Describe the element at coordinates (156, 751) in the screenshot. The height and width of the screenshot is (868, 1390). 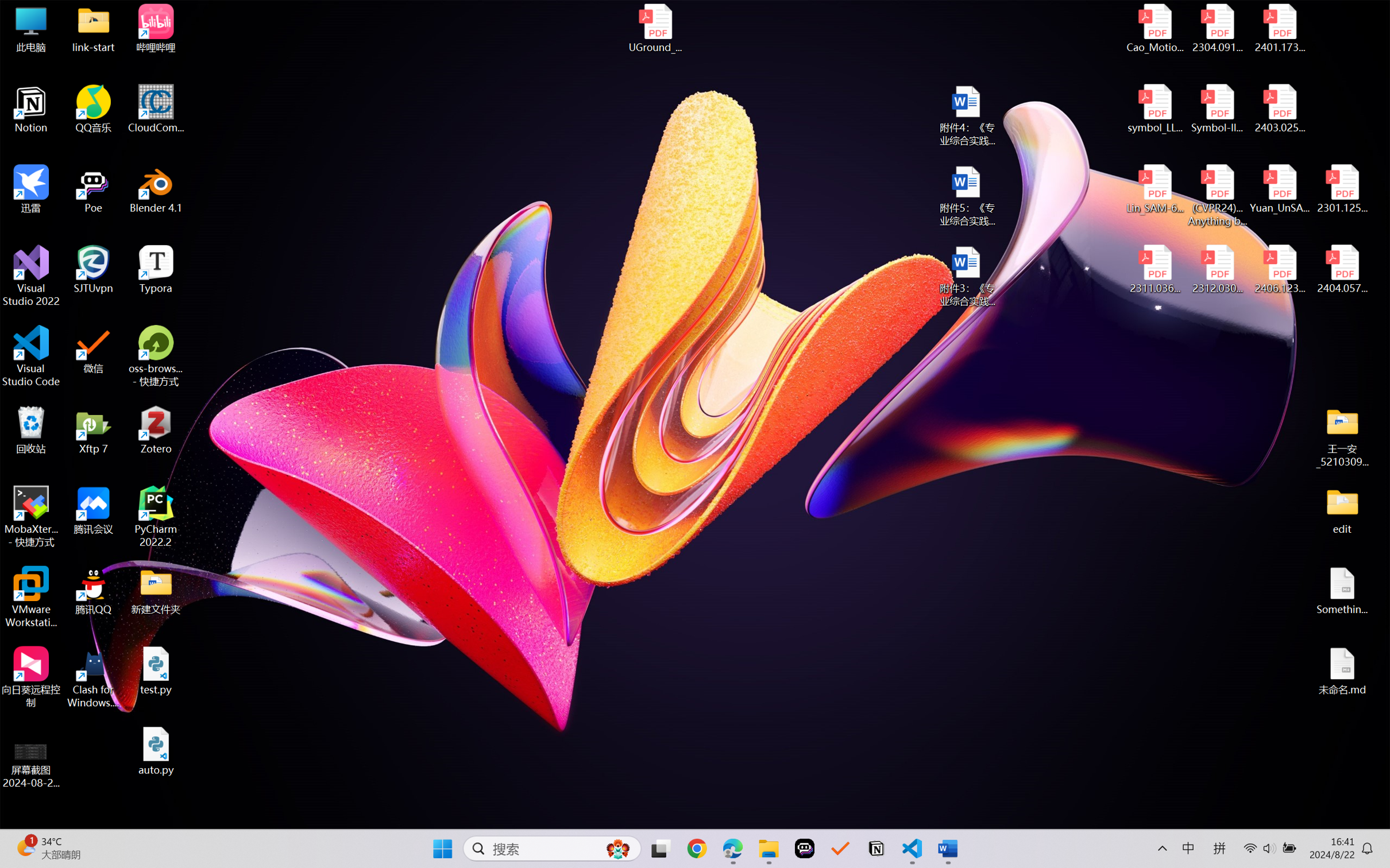
I see `'auto.py'` at that location.